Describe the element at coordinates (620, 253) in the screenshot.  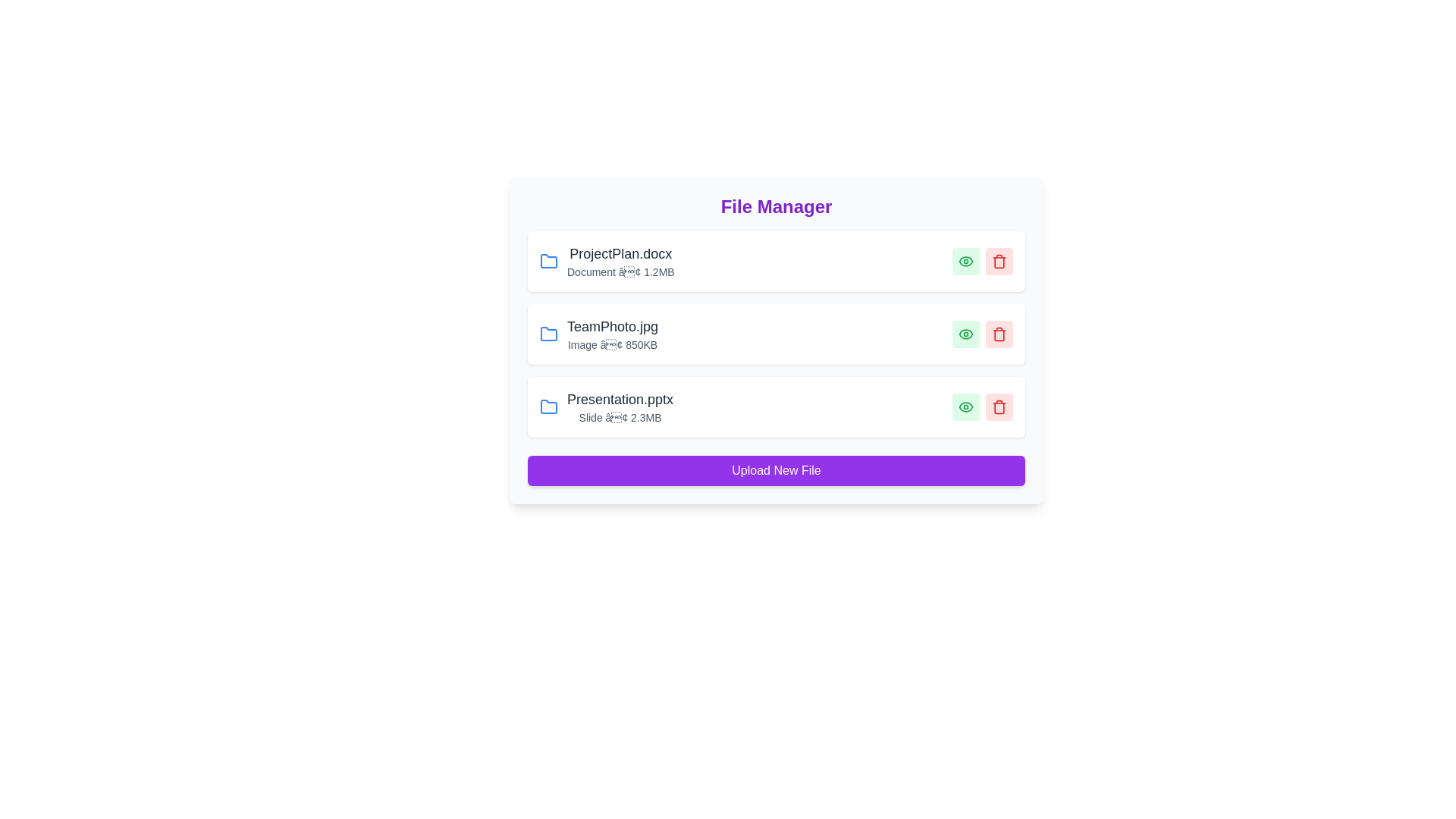
I see `the file name 'ProjectPlan.docx' to open it` at that location.